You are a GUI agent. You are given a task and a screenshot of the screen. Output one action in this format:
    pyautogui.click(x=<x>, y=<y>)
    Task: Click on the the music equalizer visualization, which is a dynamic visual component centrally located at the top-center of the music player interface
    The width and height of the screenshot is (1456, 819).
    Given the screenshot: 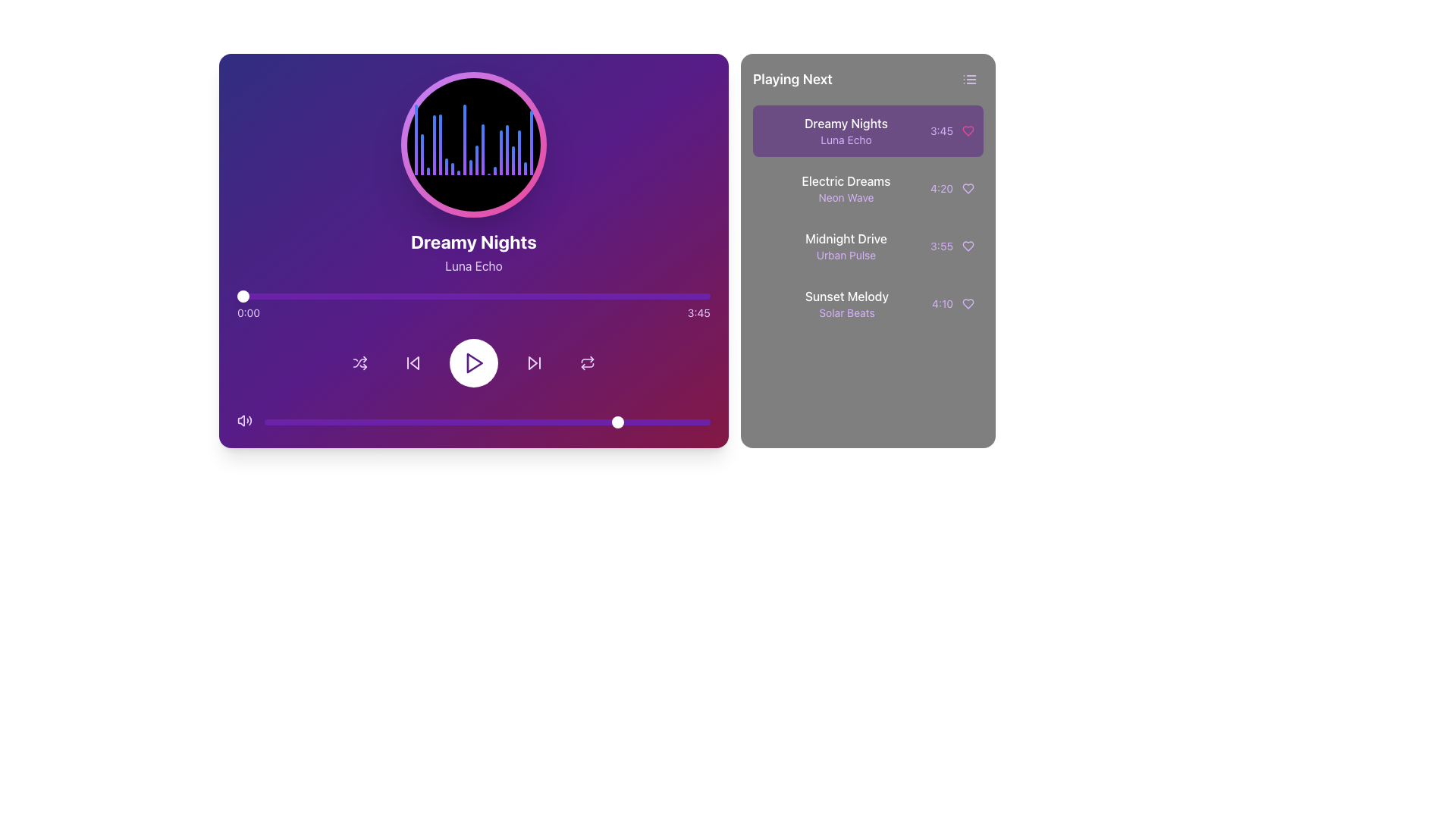 What is the action you would take?
    pyautogui.click(x=472, y=145)
    